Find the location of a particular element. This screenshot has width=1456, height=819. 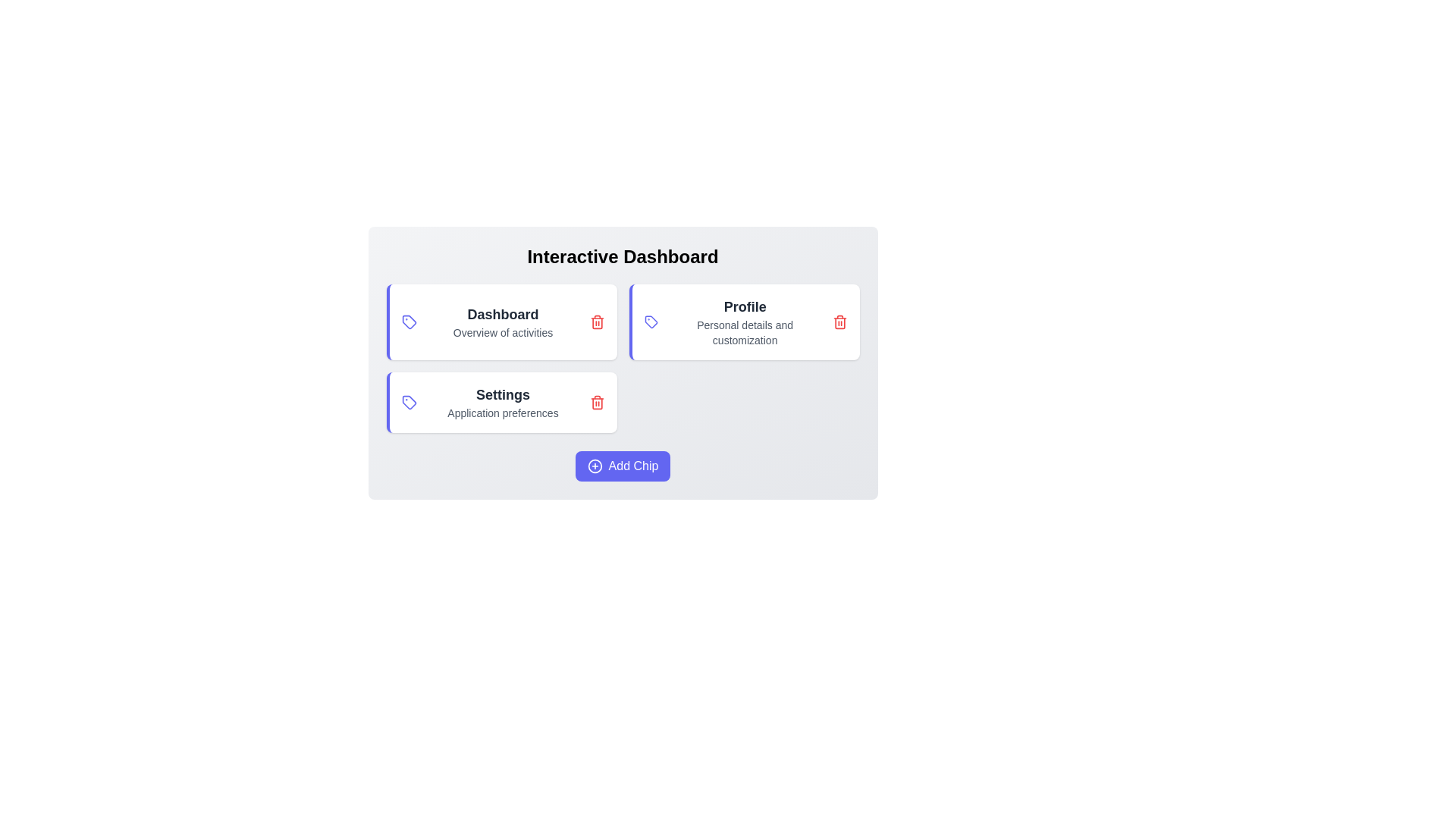

the delete button of the chip labeled Settings is located at coordinates (596, 402).